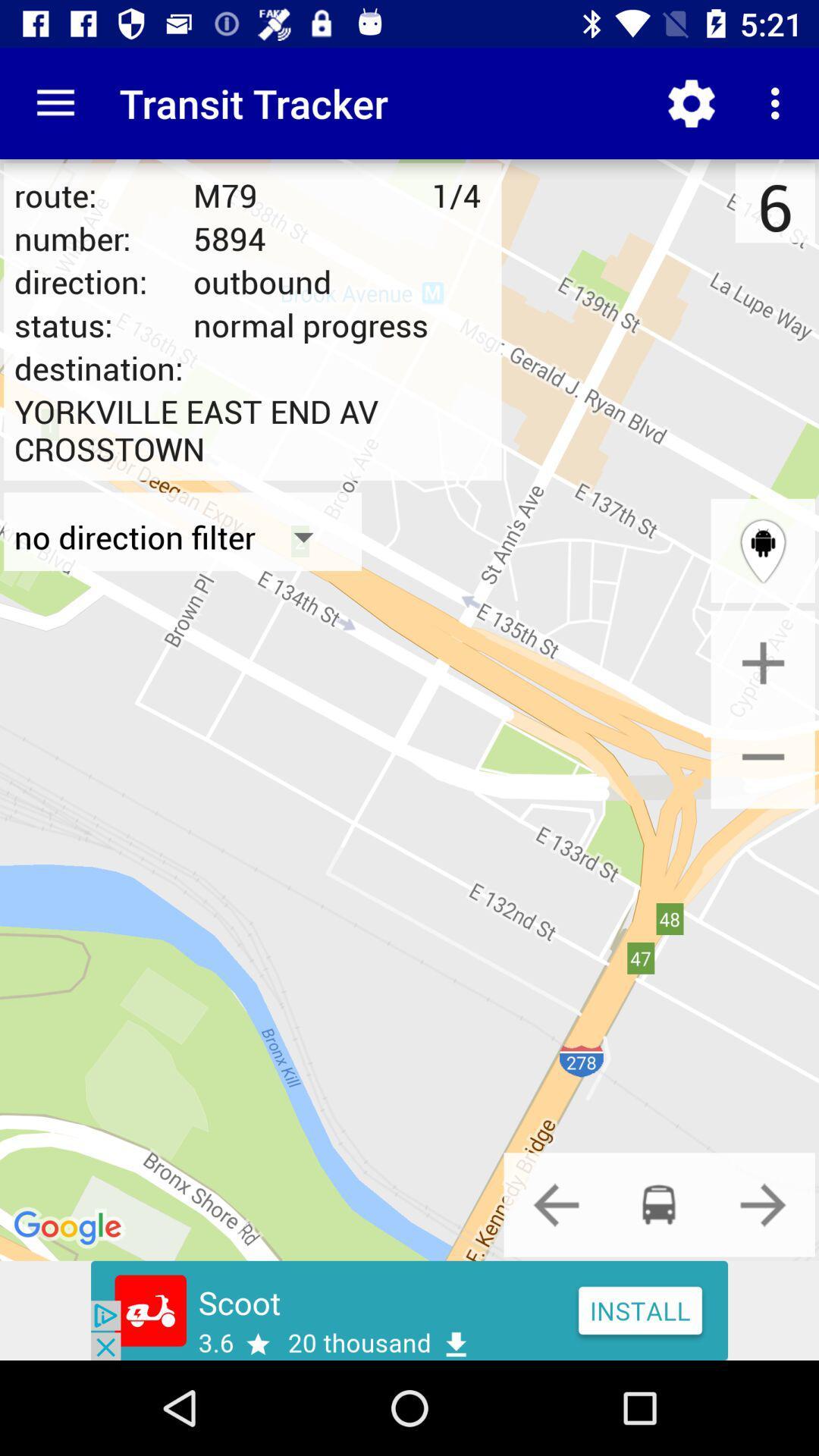 This screenshot has height=1456, width=819. What do you see at coordinates (556, 1203) in the screenshot?
I see `the arrow_backward icon` at bounding box center [556, 1203].